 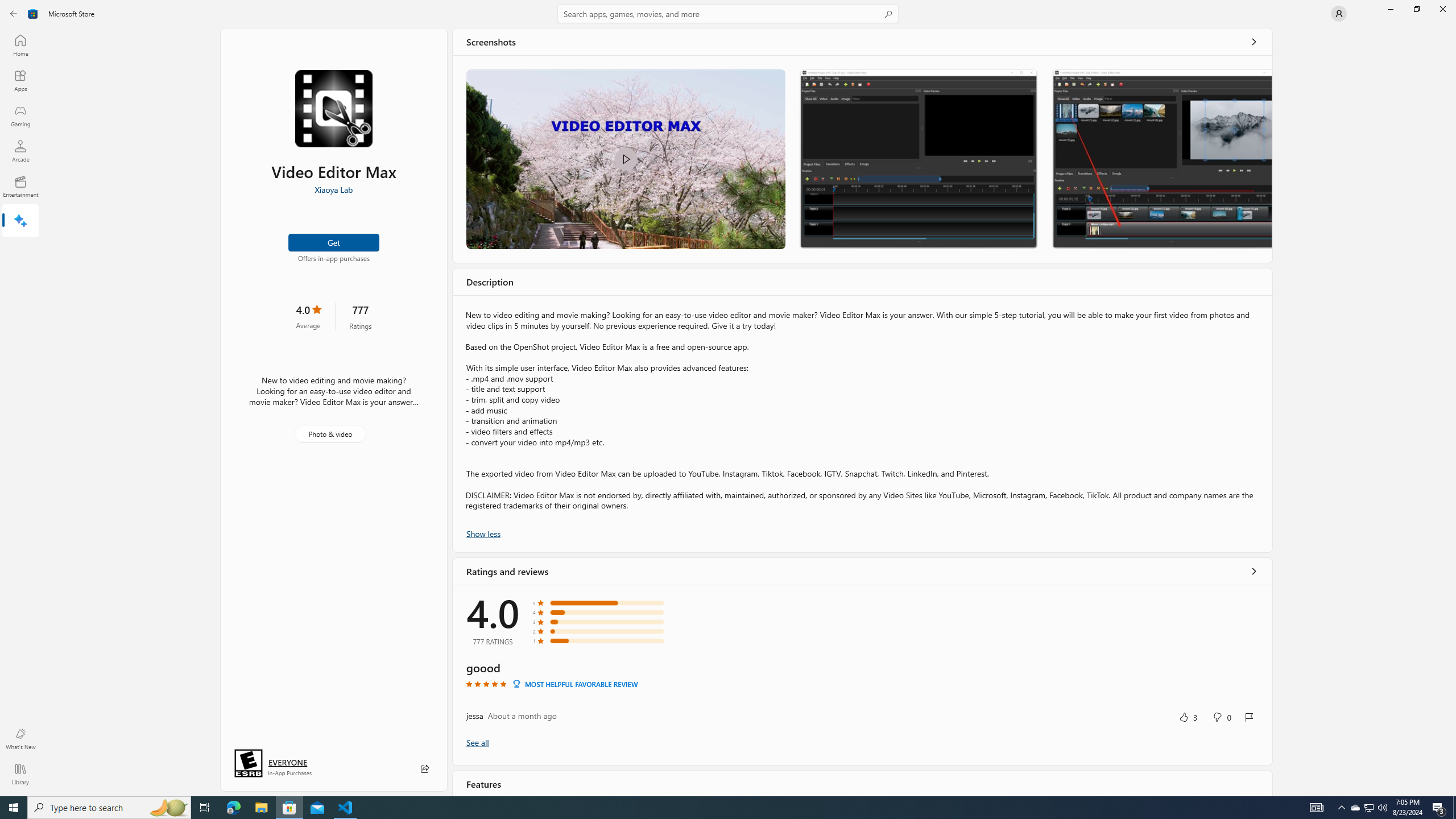 I want to click on 'Arcade', so click(x=19, y=150).